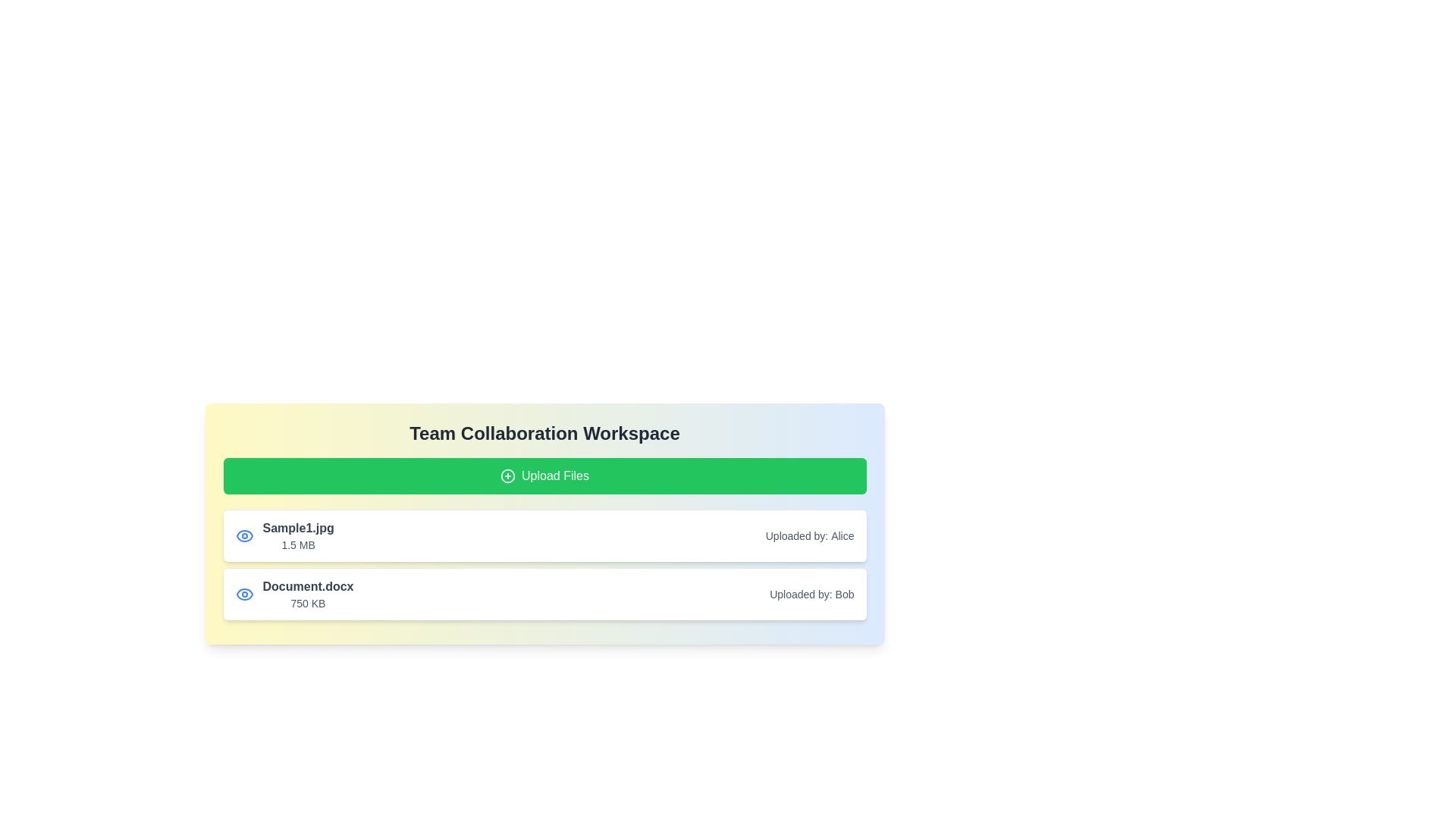  What do you see at coordinates (307, 586) in the screenshot?
I see `the text label displaying the file name 'Document.docx'` at bounding box center [307, 586].